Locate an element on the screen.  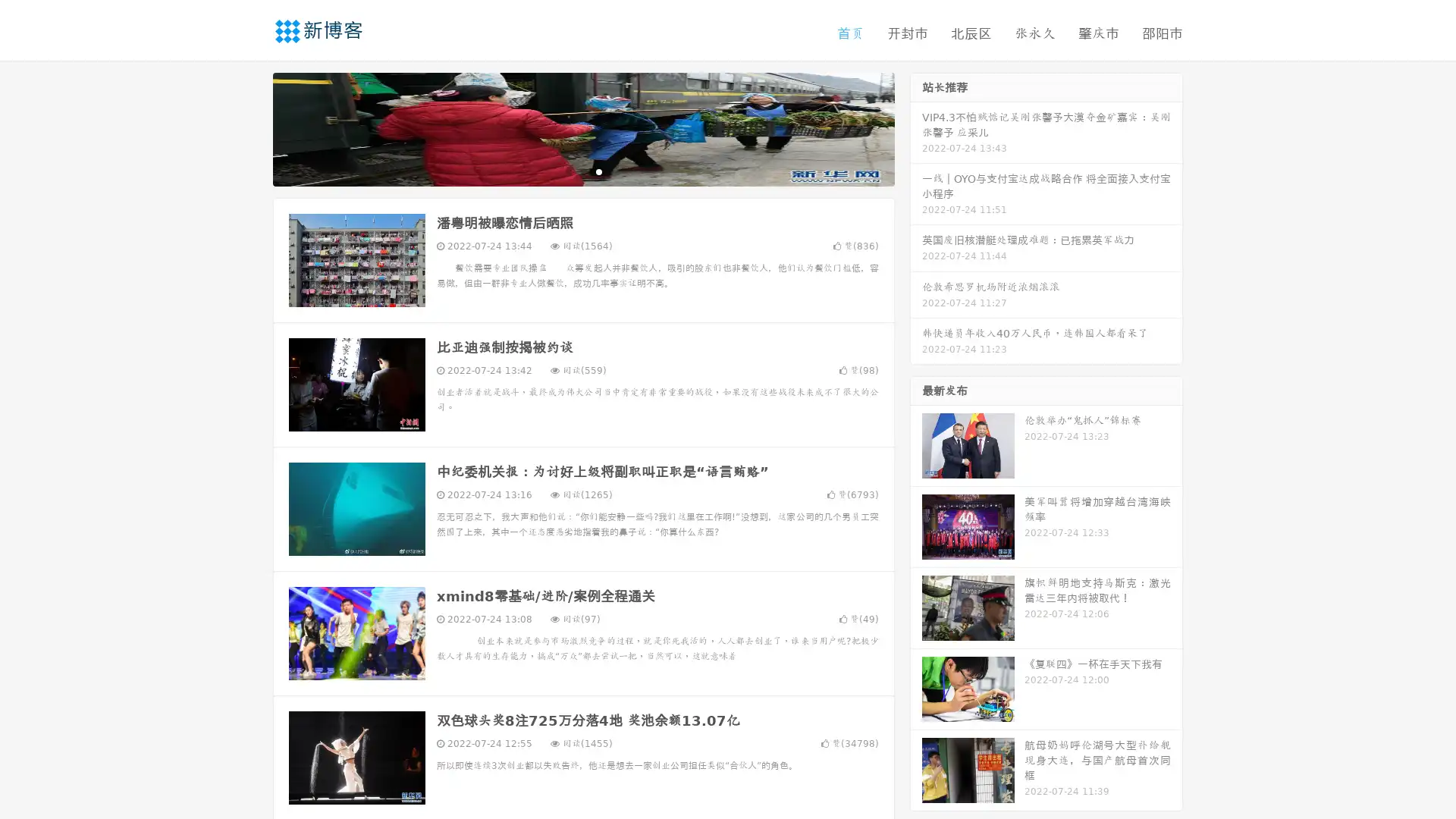
Go to slide 3 is located at coordinates (598, 171).